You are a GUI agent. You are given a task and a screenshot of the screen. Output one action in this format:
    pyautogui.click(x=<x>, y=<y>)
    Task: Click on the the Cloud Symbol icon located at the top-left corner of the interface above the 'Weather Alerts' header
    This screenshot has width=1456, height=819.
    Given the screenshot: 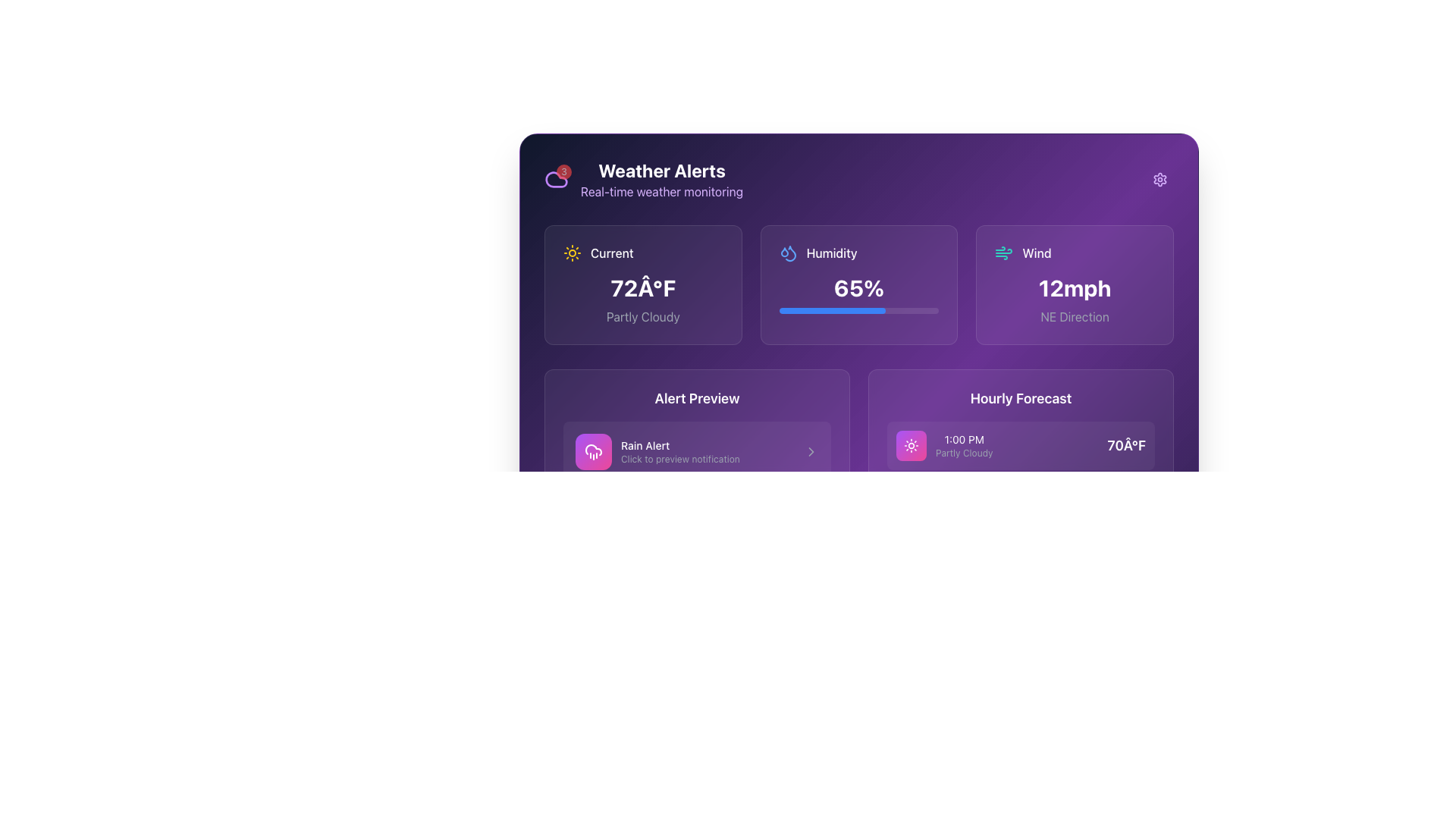 What is the action you would take?
    pyautogui.click(x=556, y=178)
    